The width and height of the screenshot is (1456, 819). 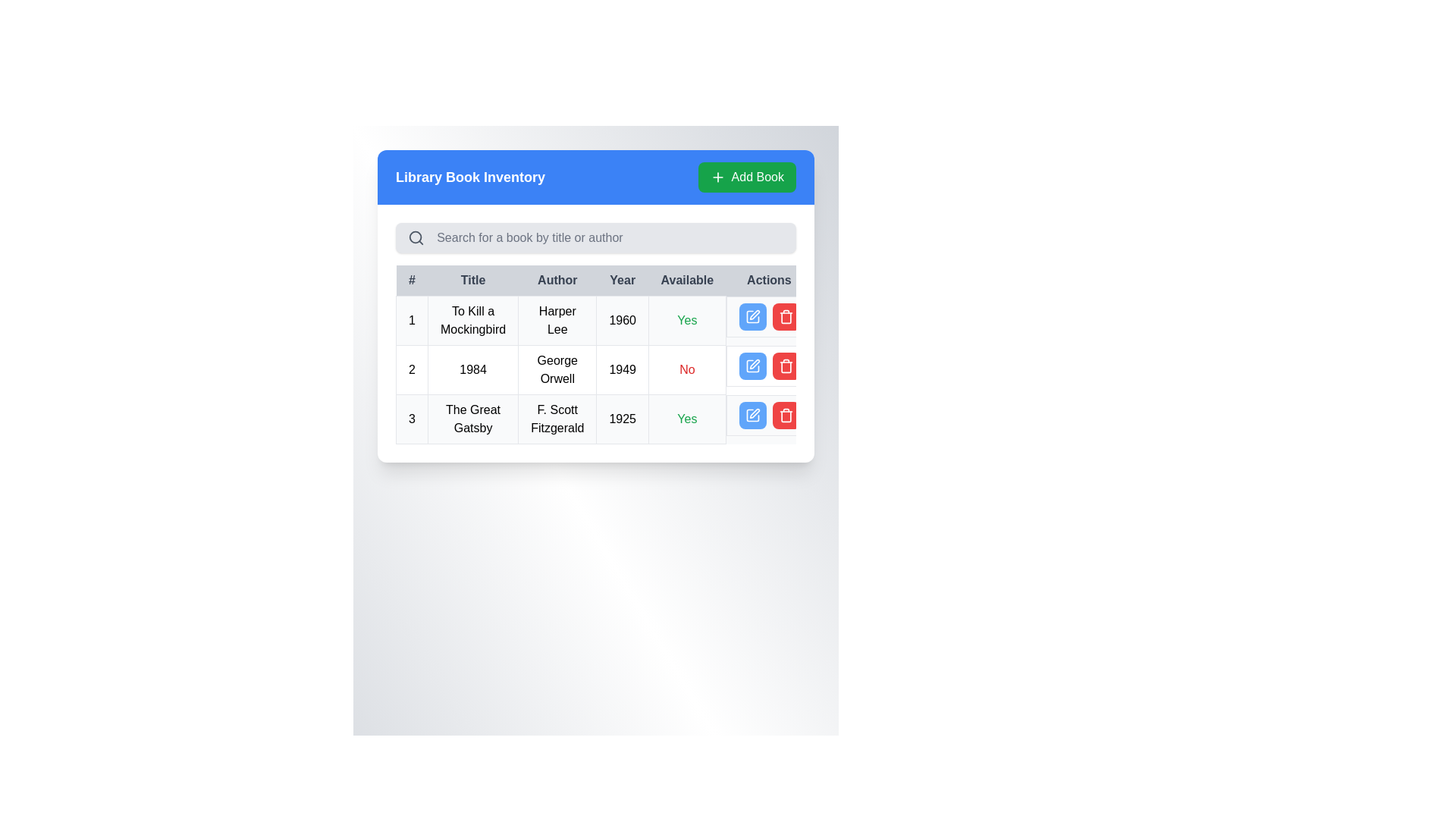 What do you see at coordinates (686, 419) in the screenshot?
I see `the text label indicating availability status, which displays 'Yes' in green font in the first row of the data table under the 'Available' column` at bounding box center [686, 419].